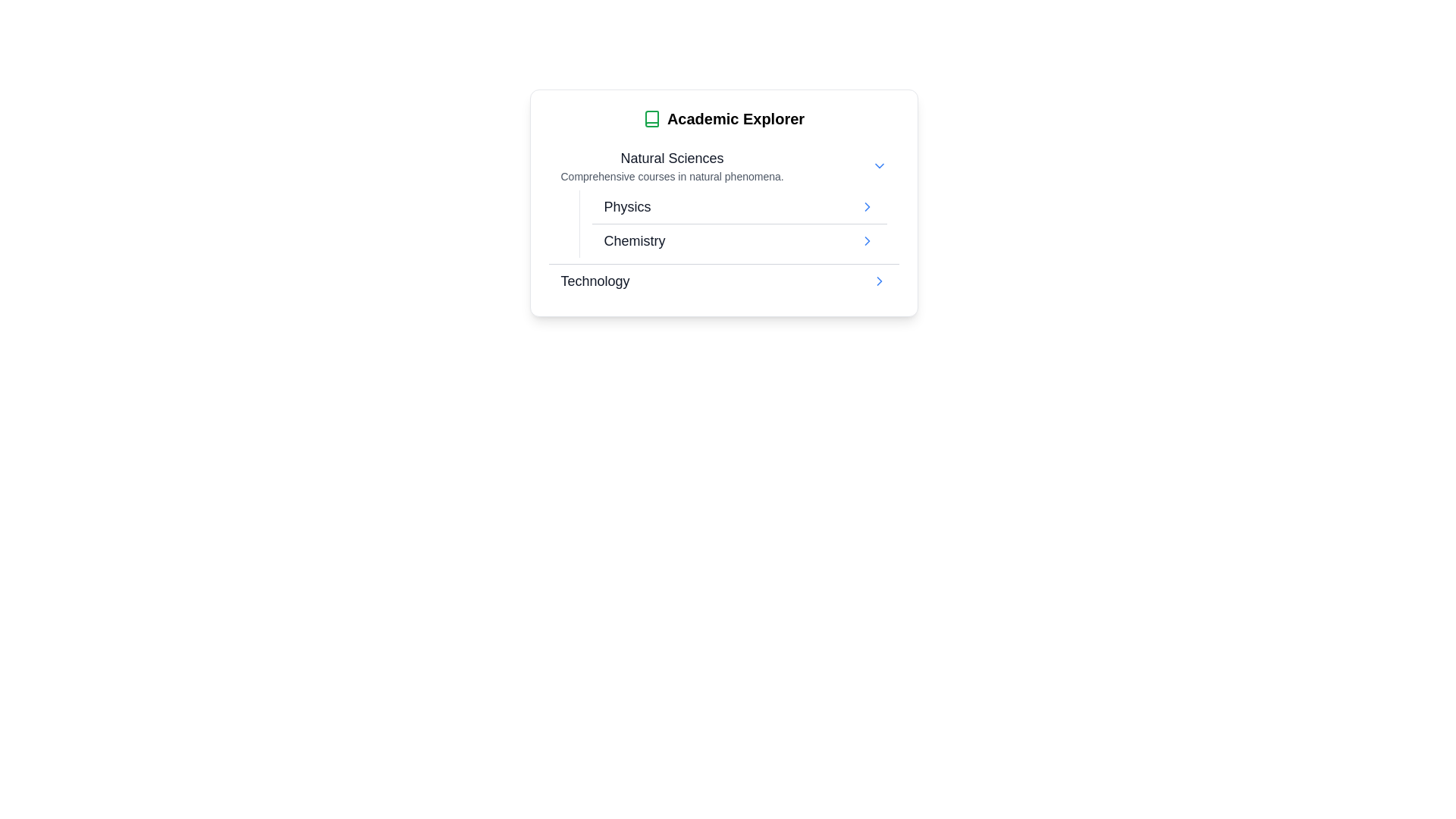  What do you see at coordinates (671, 158) in the screenshot?
I see `the 'Natural Sciences' text label, which serves as a category title under 'Academic Explorer' and above the description about natural phenomena` at bounding box center [671, 158].